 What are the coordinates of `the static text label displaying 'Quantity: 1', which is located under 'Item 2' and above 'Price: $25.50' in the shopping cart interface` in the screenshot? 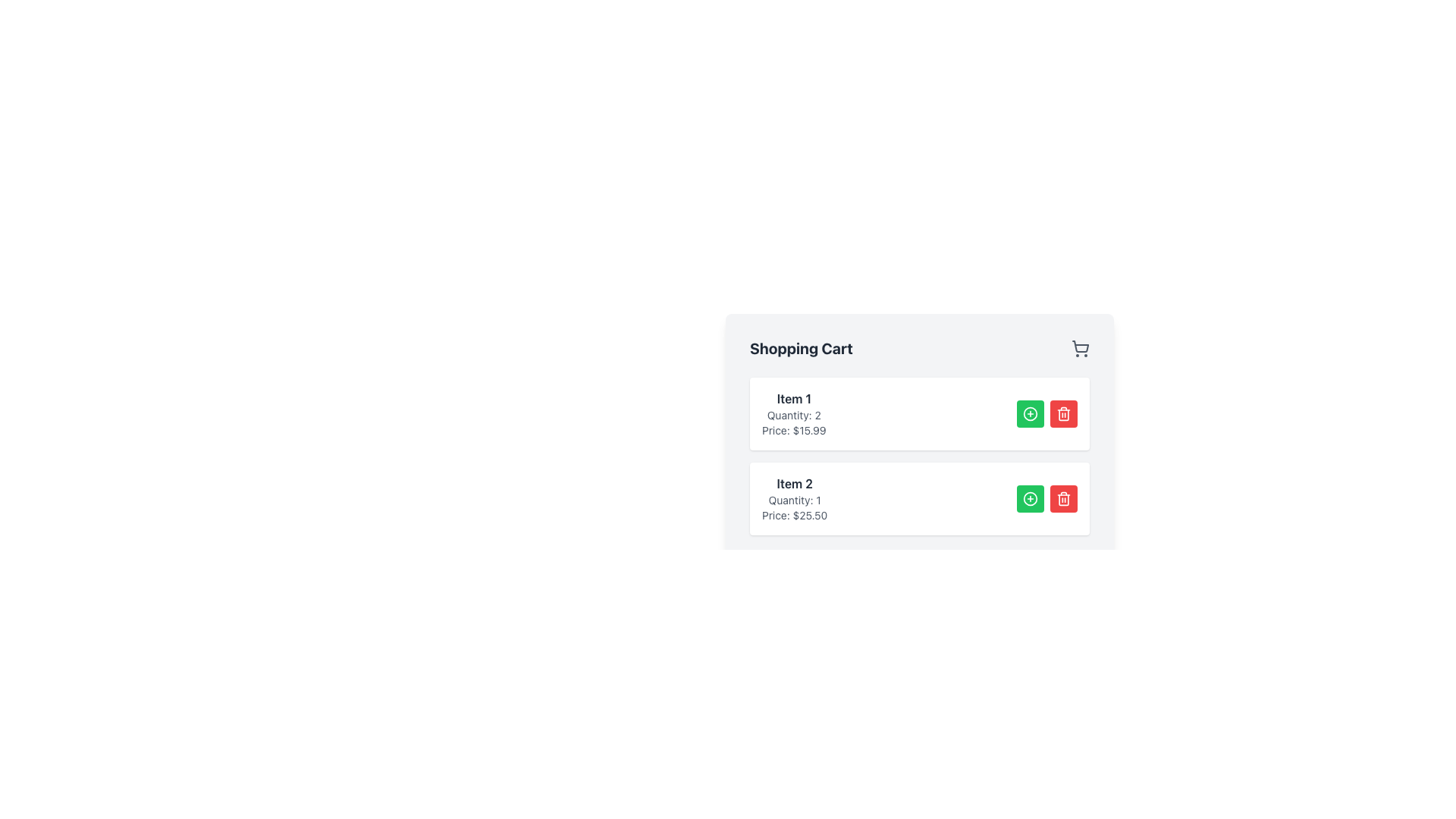 It's located at (794, 500).